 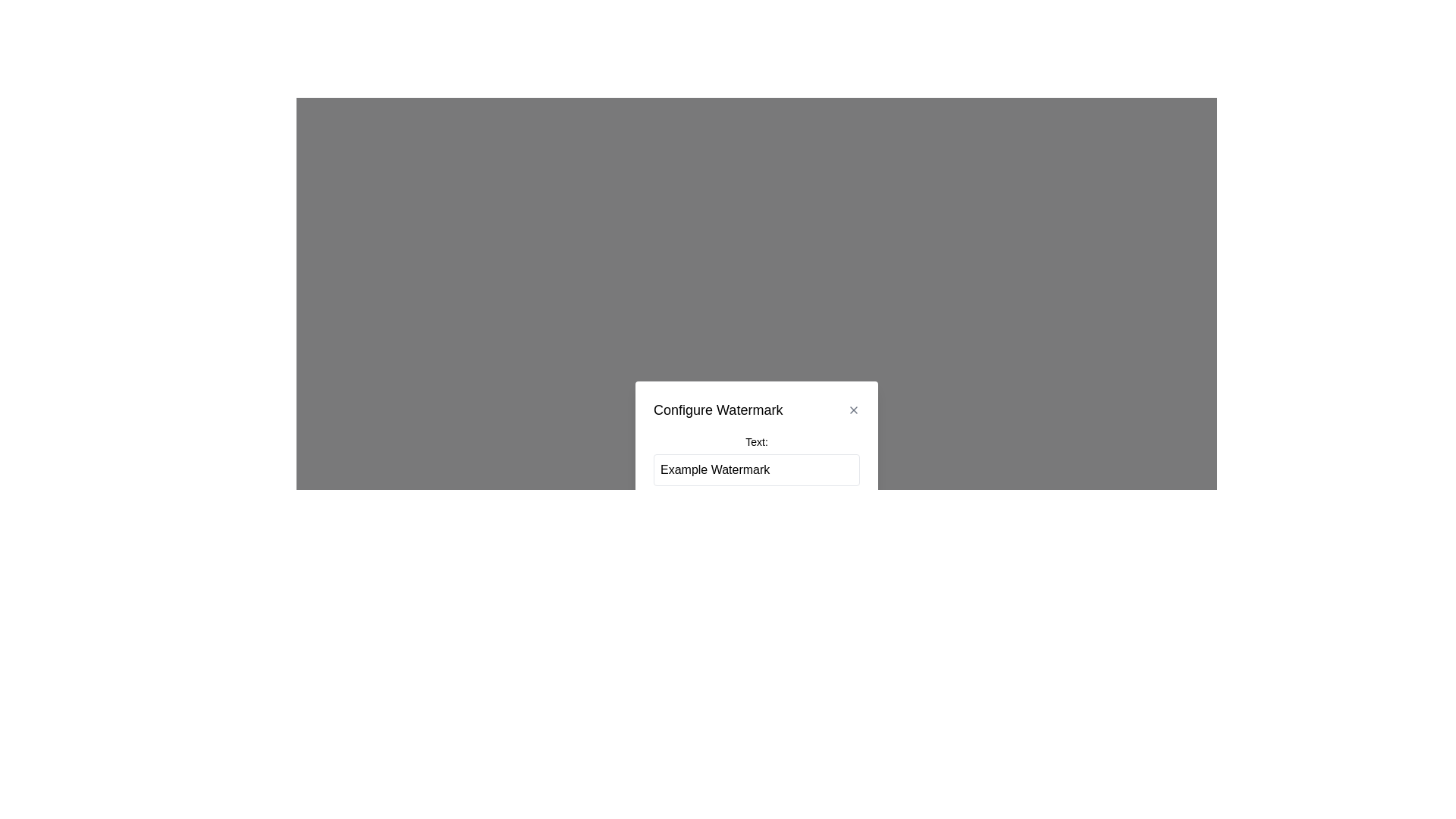 I want to click on the close (X) icon button located, so click(x=854, y=409).